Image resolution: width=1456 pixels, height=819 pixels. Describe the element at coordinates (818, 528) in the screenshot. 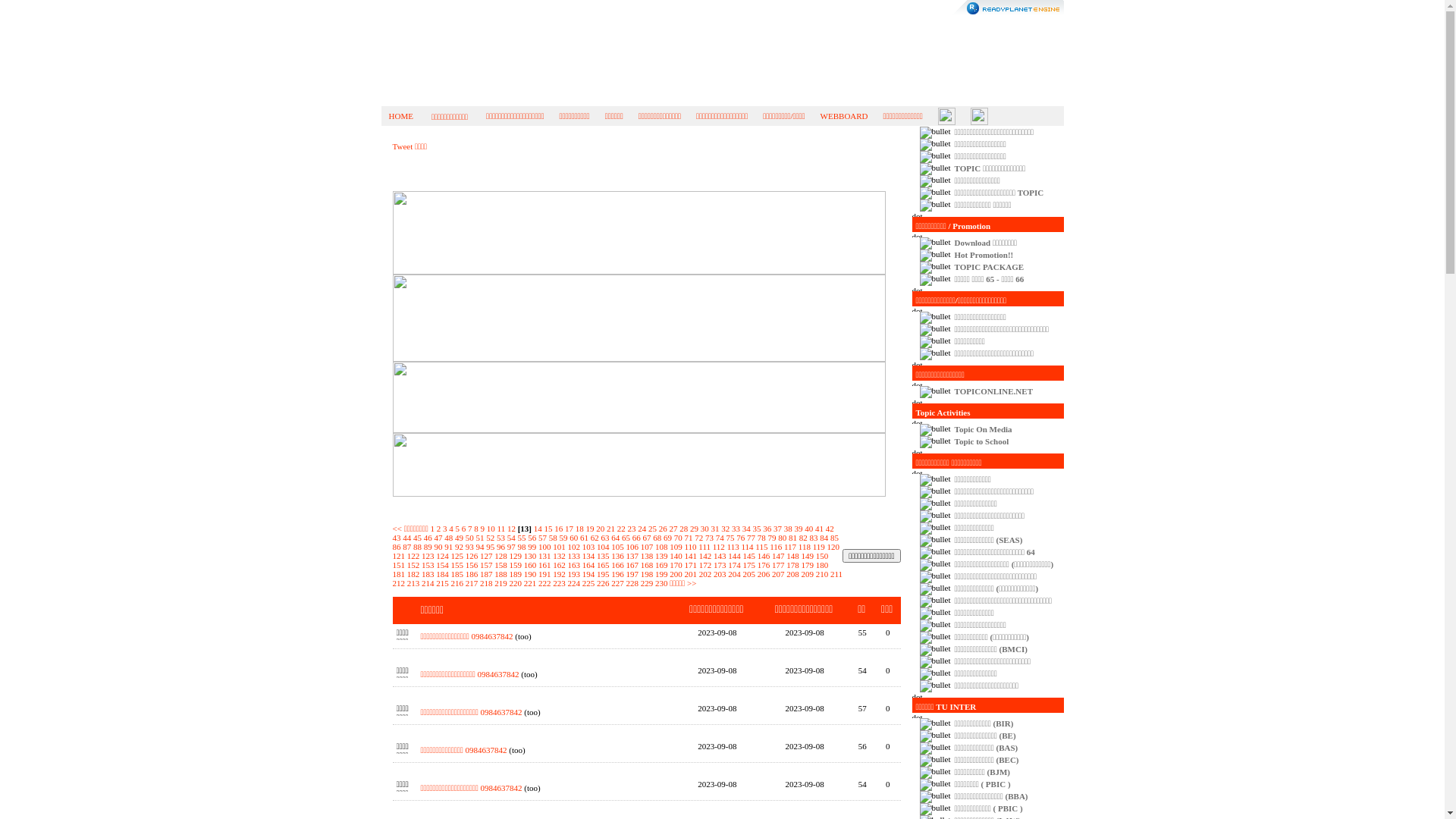

I see `'41'` at that location.